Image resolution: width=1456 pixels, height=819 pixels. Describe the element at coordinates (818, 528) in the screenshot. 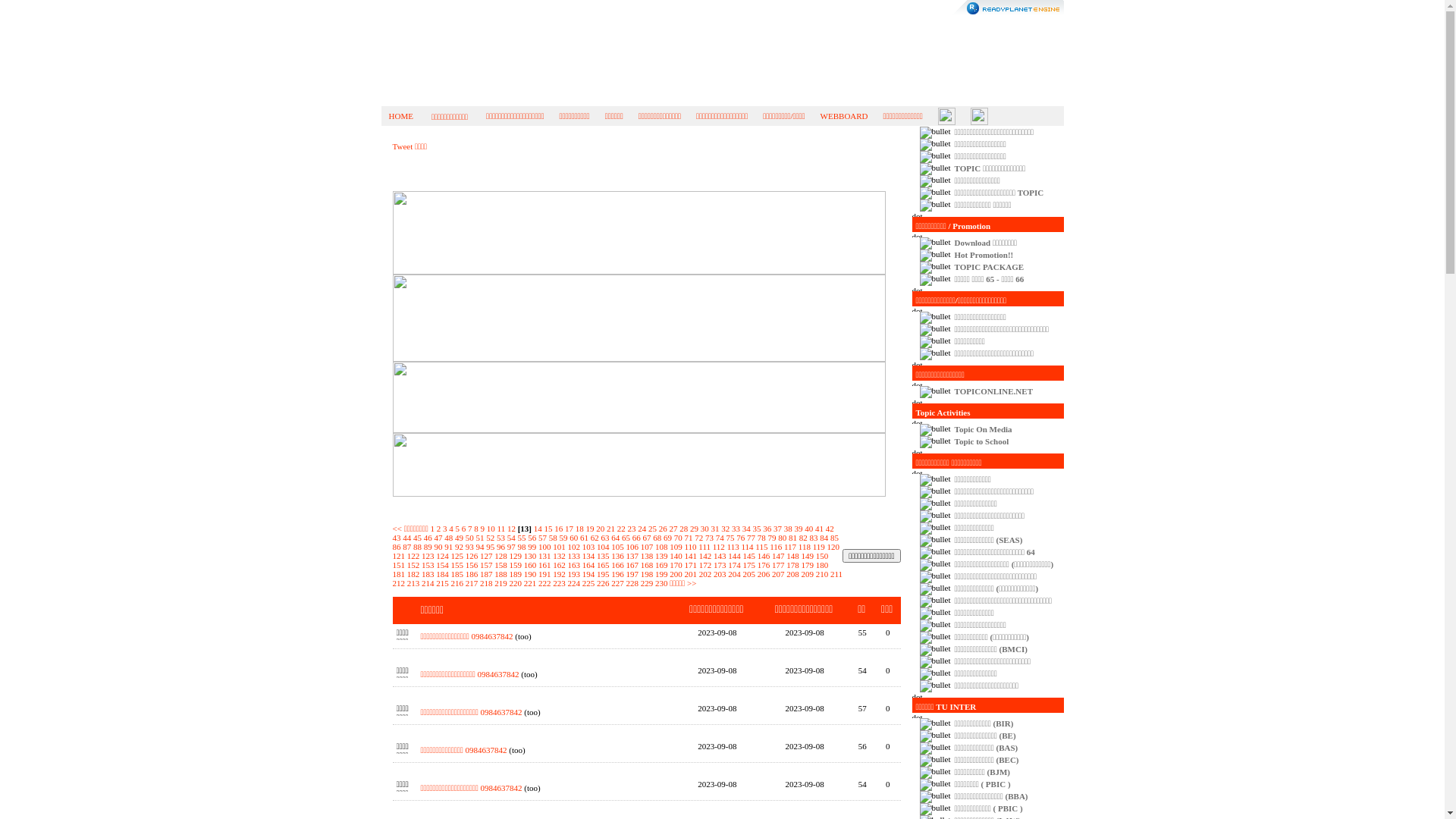

I see `'41'` at that location.